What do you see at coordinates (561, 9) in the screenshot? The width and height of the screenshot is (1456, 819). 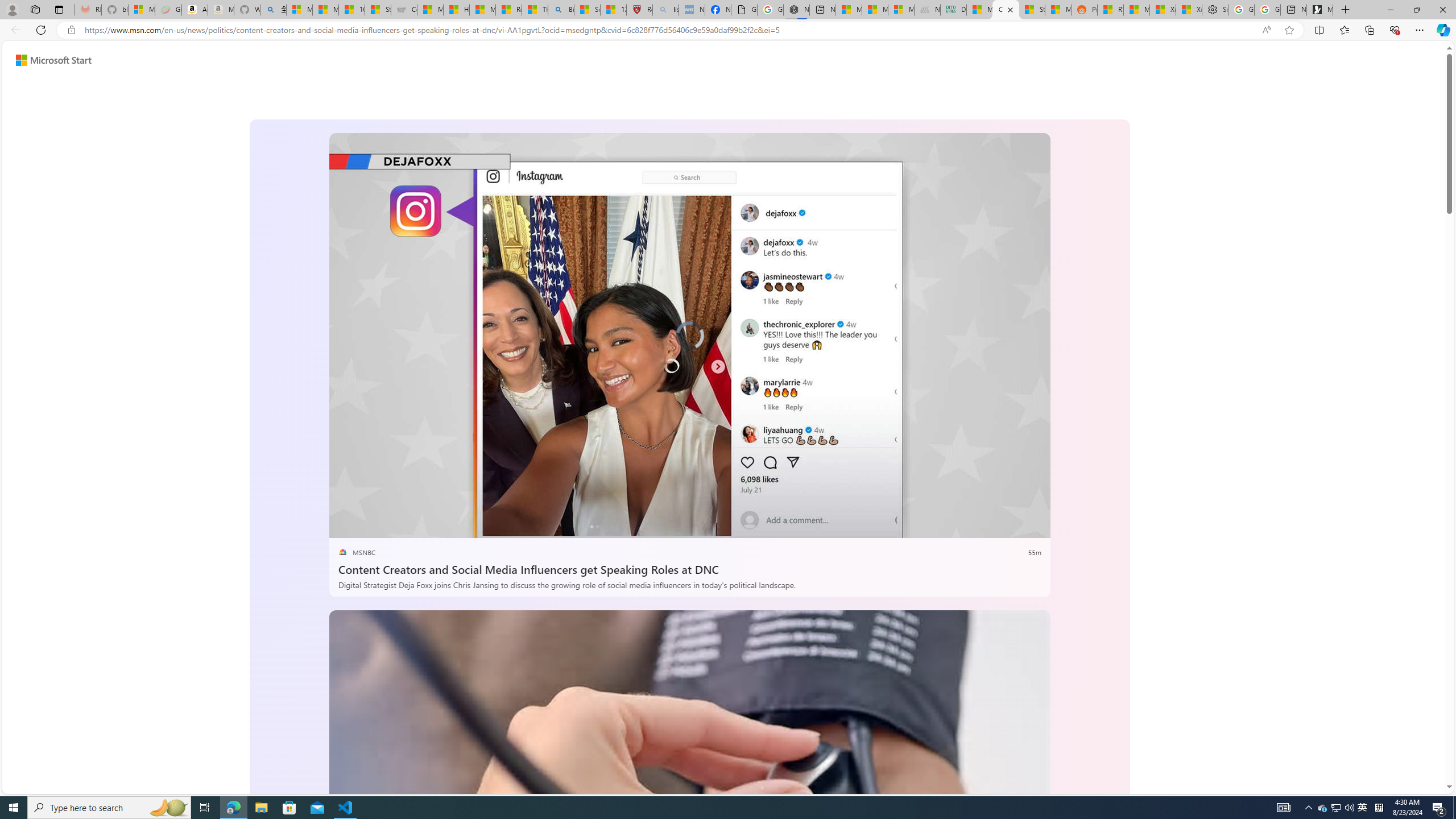 I see `'Bing'` at bounding box center [561, 9].